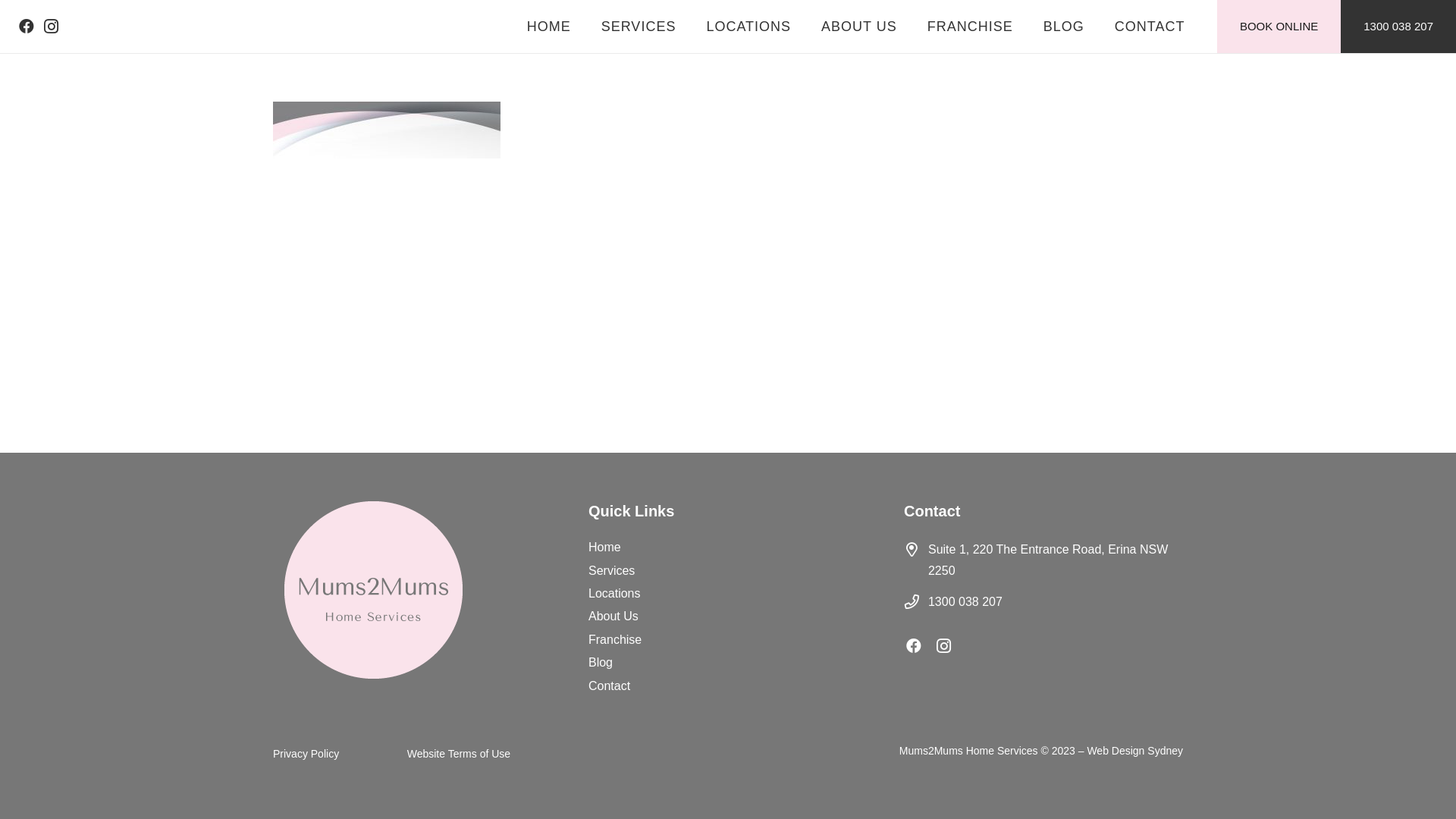  I want to click on 'LOCATIONS', so click(748, 26).